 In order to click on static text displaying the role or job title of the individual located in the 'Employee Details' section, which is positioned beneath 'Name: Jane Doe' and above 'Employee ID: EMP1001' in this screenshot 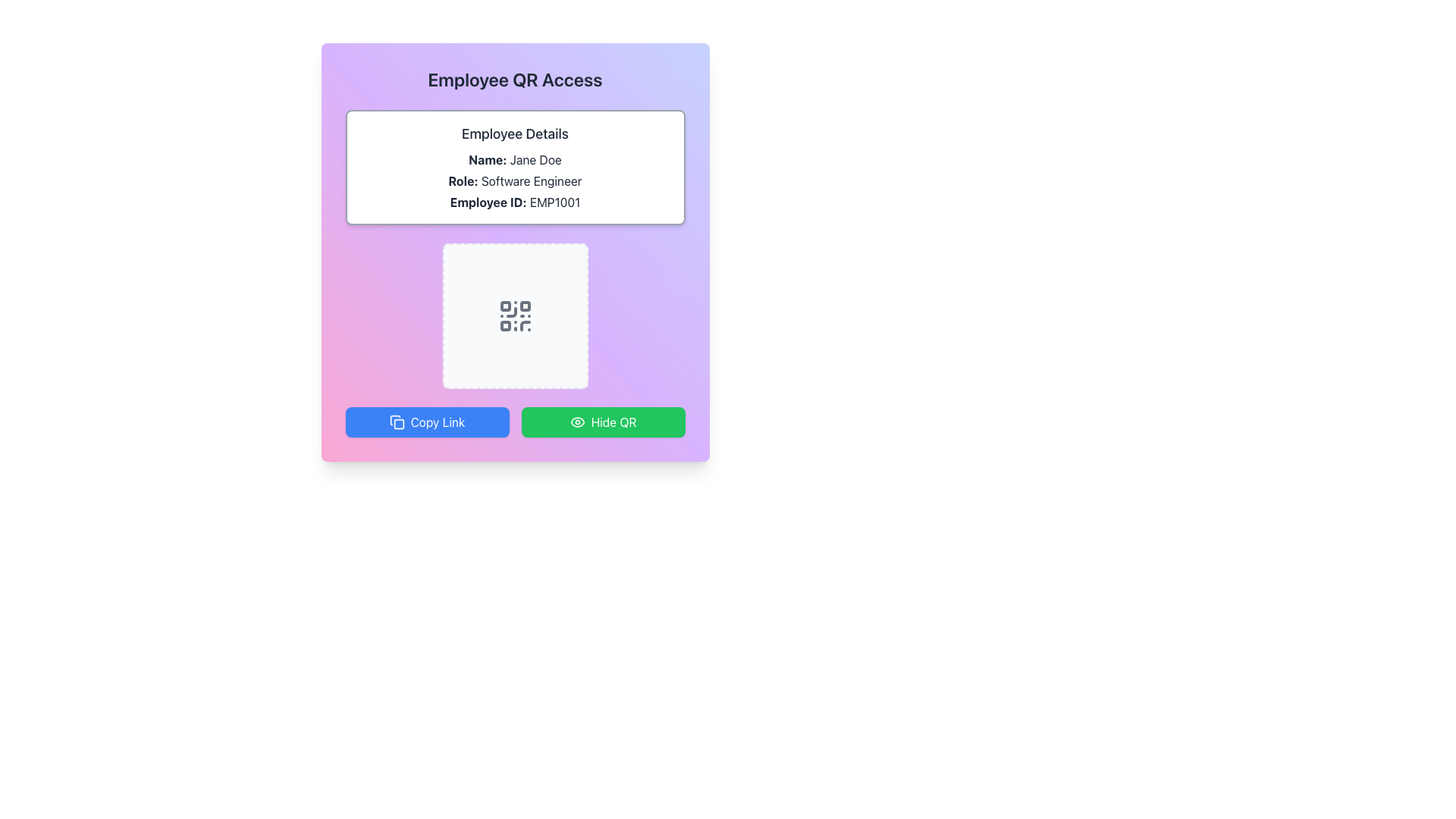, I will do `click(515, 180)`.